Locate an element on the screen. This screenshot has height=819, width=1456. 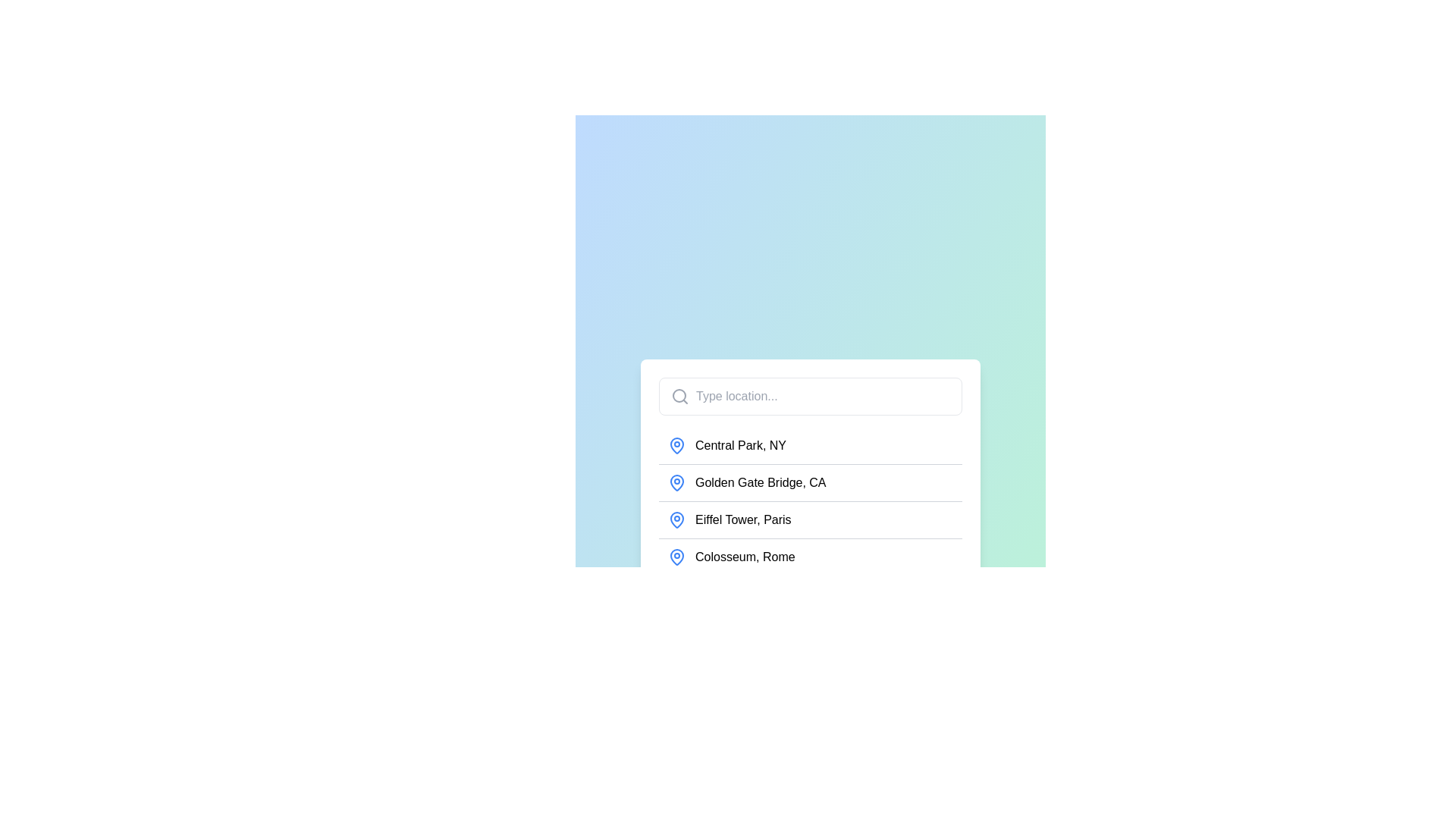
the map pin icon representing Central Park, NY to interact with the location entry is located at coordinates (676, 444).